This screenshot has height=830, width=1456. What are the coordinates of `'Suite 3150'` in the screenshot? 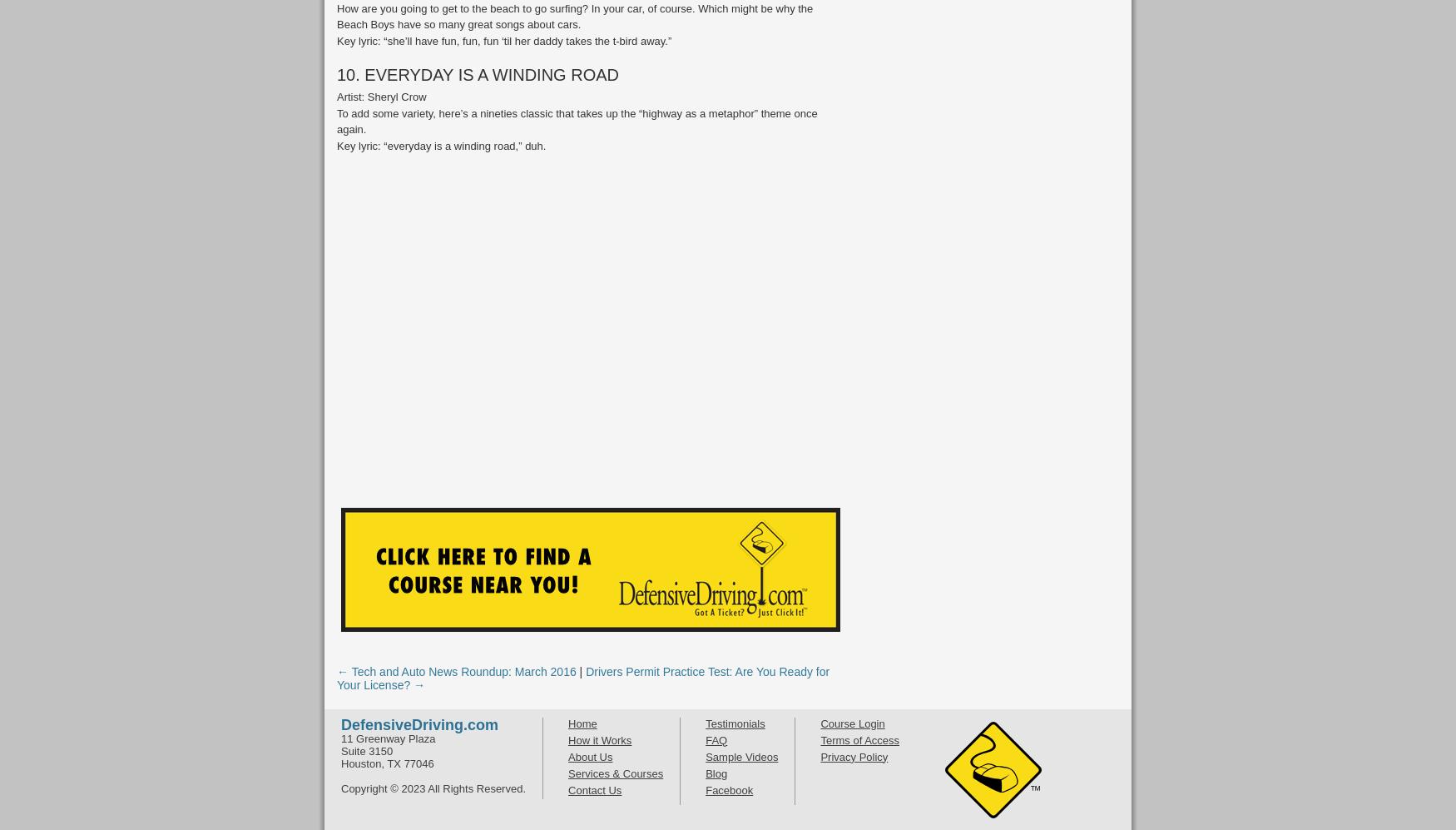 It's located at (367, 749).